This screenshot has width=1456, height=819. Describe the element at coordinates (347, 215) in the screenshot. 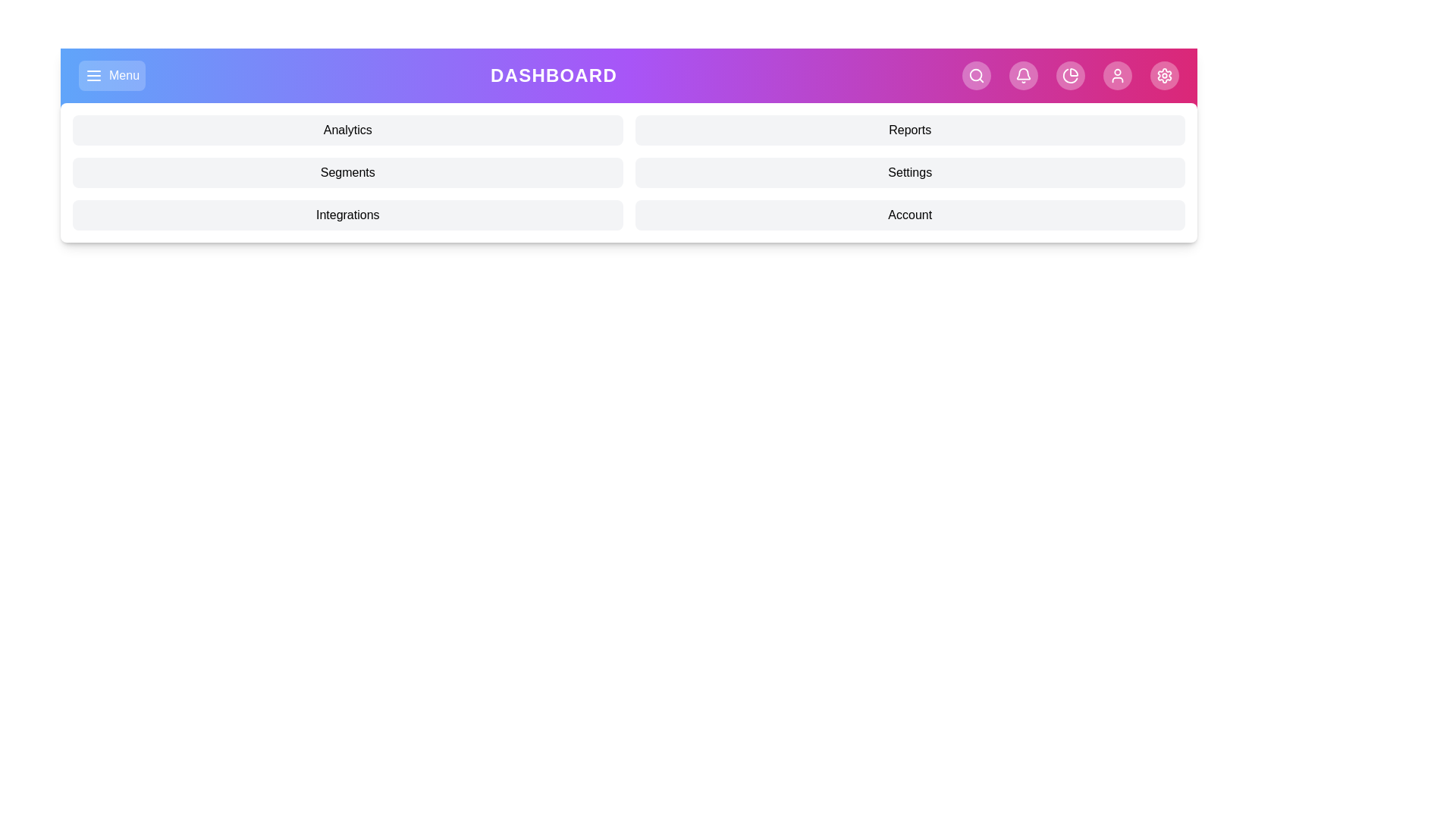

I see `the menu option Integrations` at that location.